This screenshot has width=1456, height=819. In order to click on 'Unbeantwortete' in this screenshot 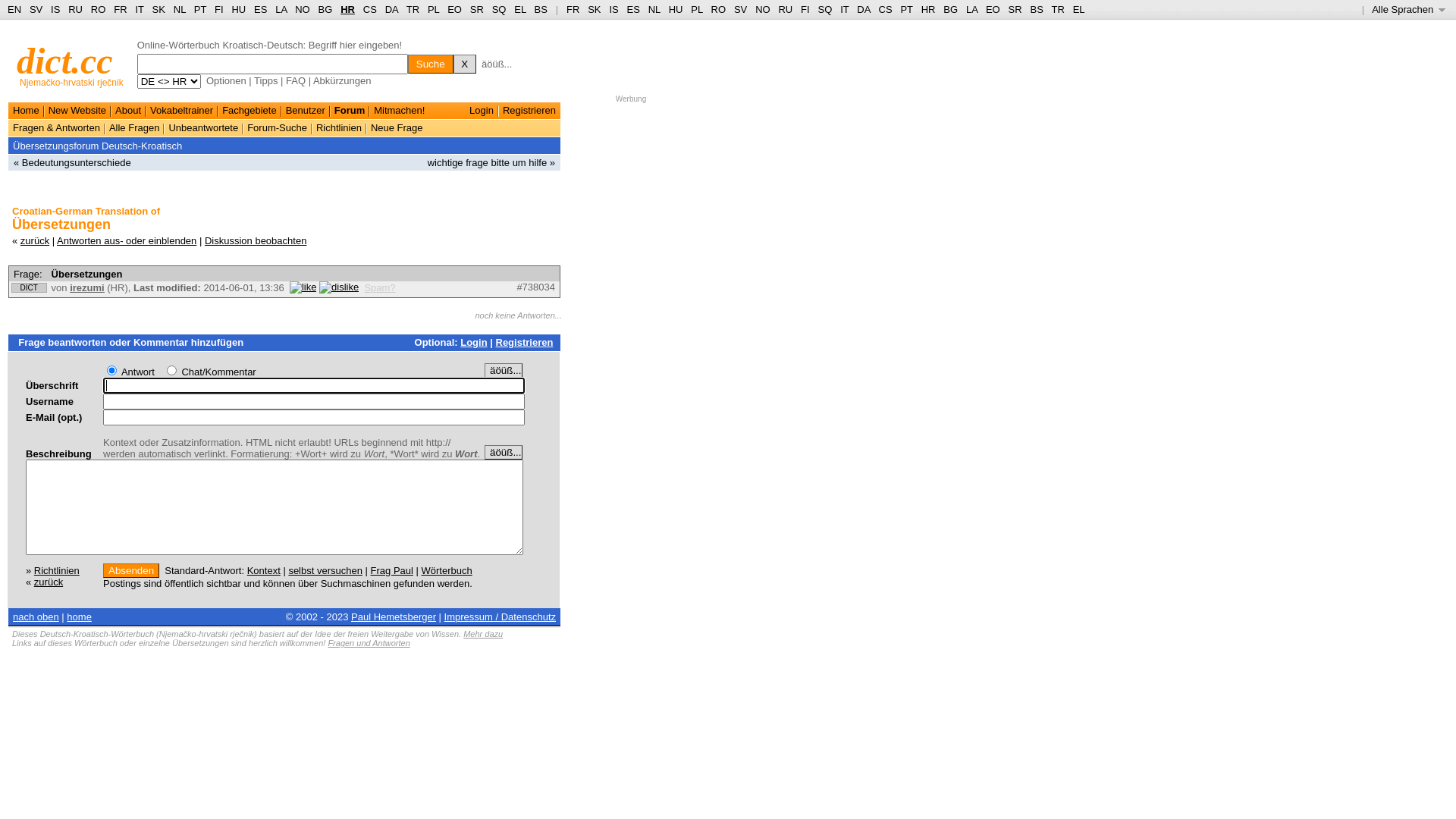, I will do `click(168, 127)`.